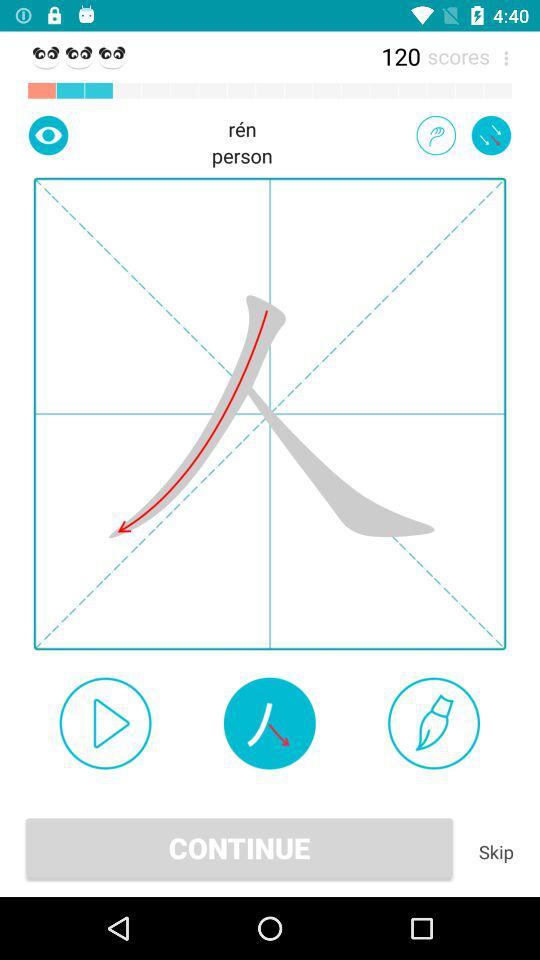 Image resolution: width=540 pixels, height=960 pixels. I want to click on the icon next to the person item, so click(48, 134).